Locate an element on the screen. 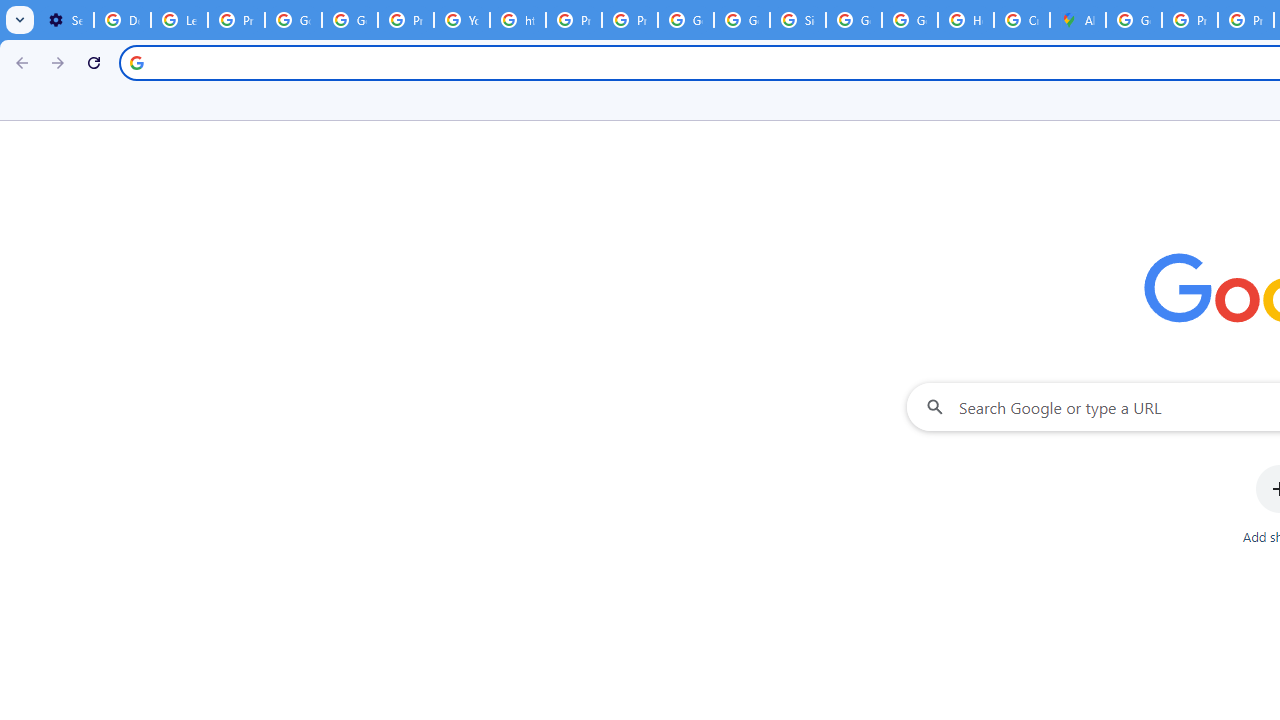 Image resolution: width=1280 pixels, height=720 pixels. 'Settings - On startup' is located at coordinates (65, 20).